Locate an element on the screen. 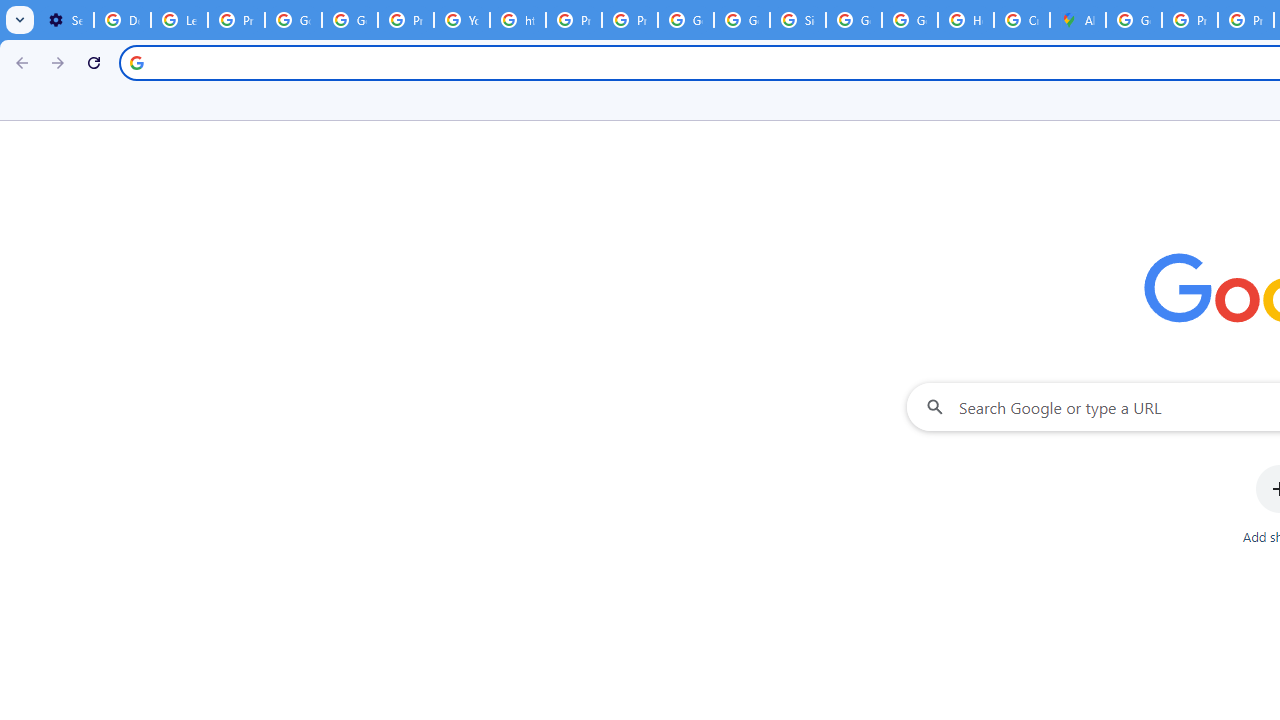 Image resolution: width=1280 pixels, height=720 pixels. 'Settings - On startup' is located at coordinates (65, 20).